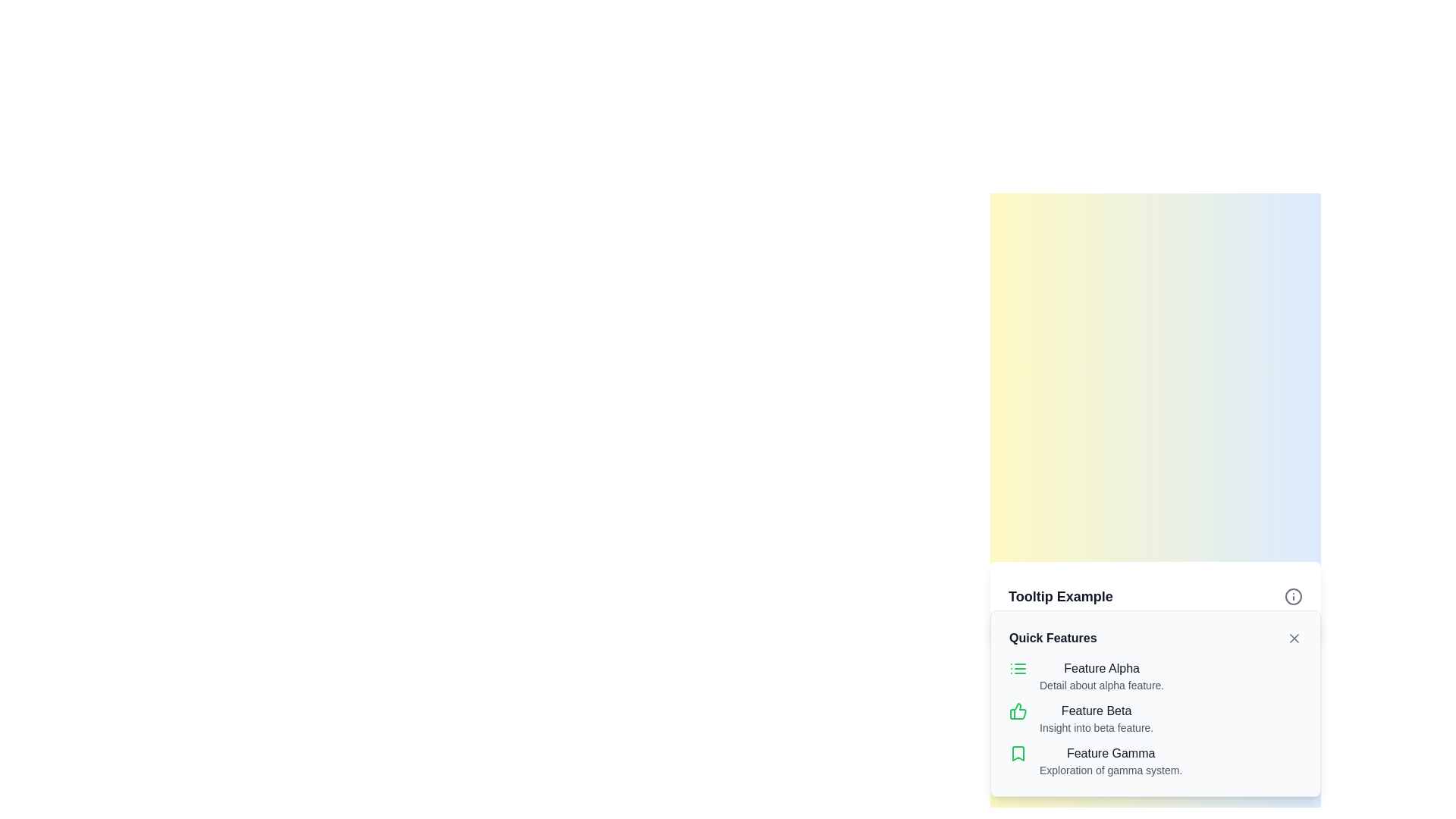 Image resolution: width=1456 pixels, height=819 pixels. I want to click on the 'Feature Beta' list item, so click(1154, 718).